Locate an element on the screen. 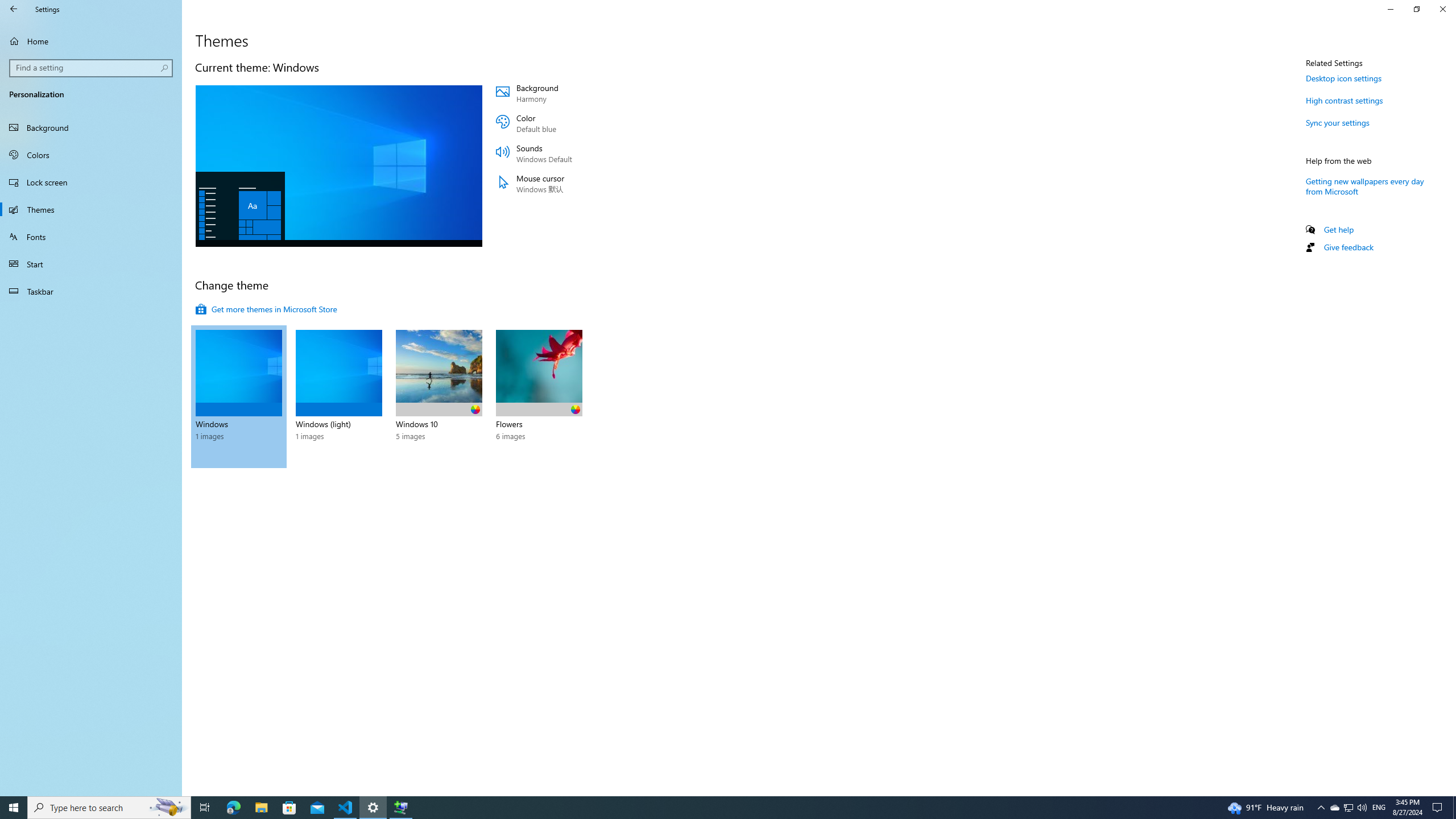 This screenshot has width=1456, height=819. 'Give feedback' is located at coordinates (1347, 246).